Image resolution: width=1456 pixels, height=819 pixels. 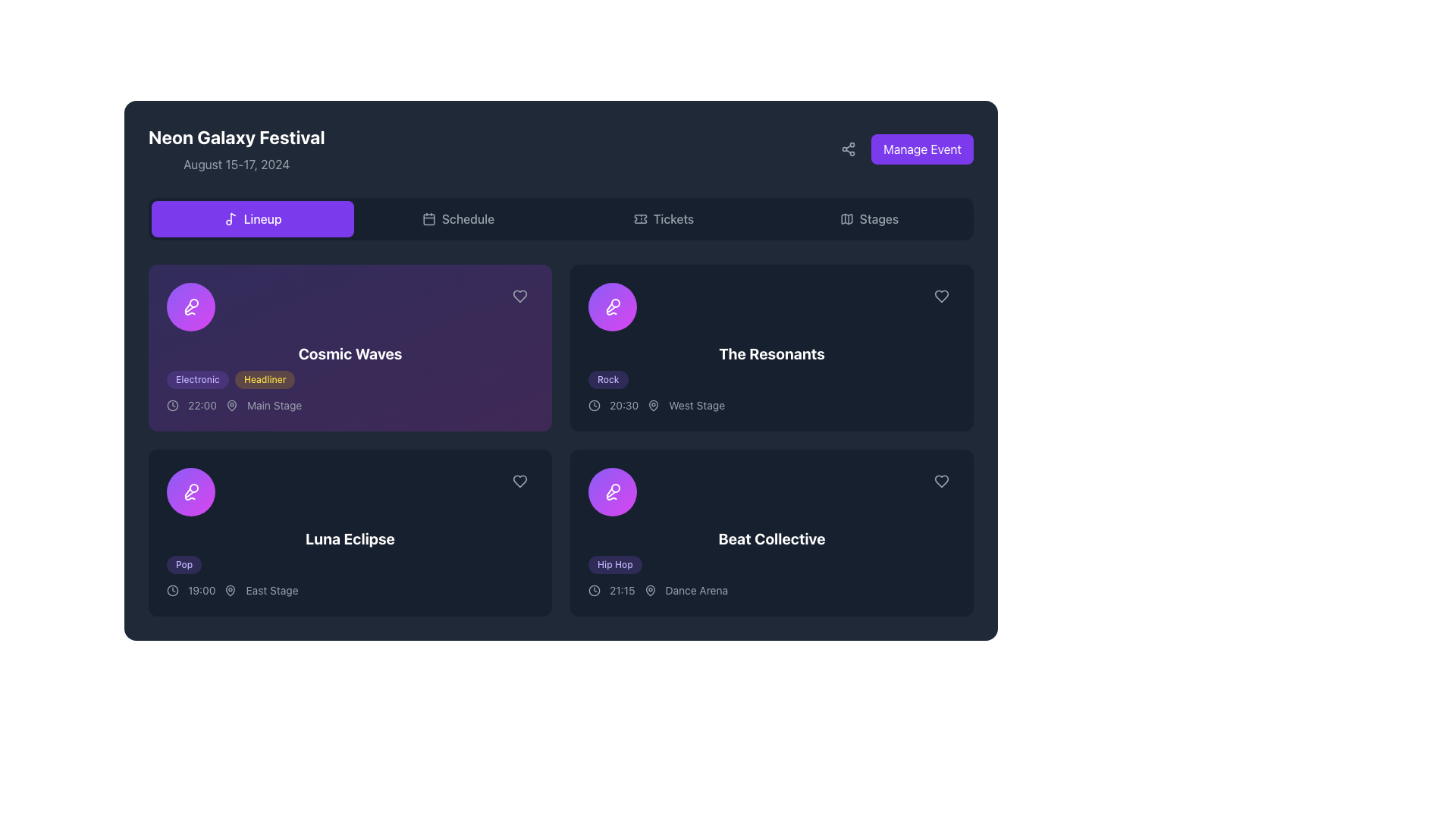 I want to click on the SVG circle element that represents a microphone, located at the top-right of the icon structure, so click(x=193, y=303).